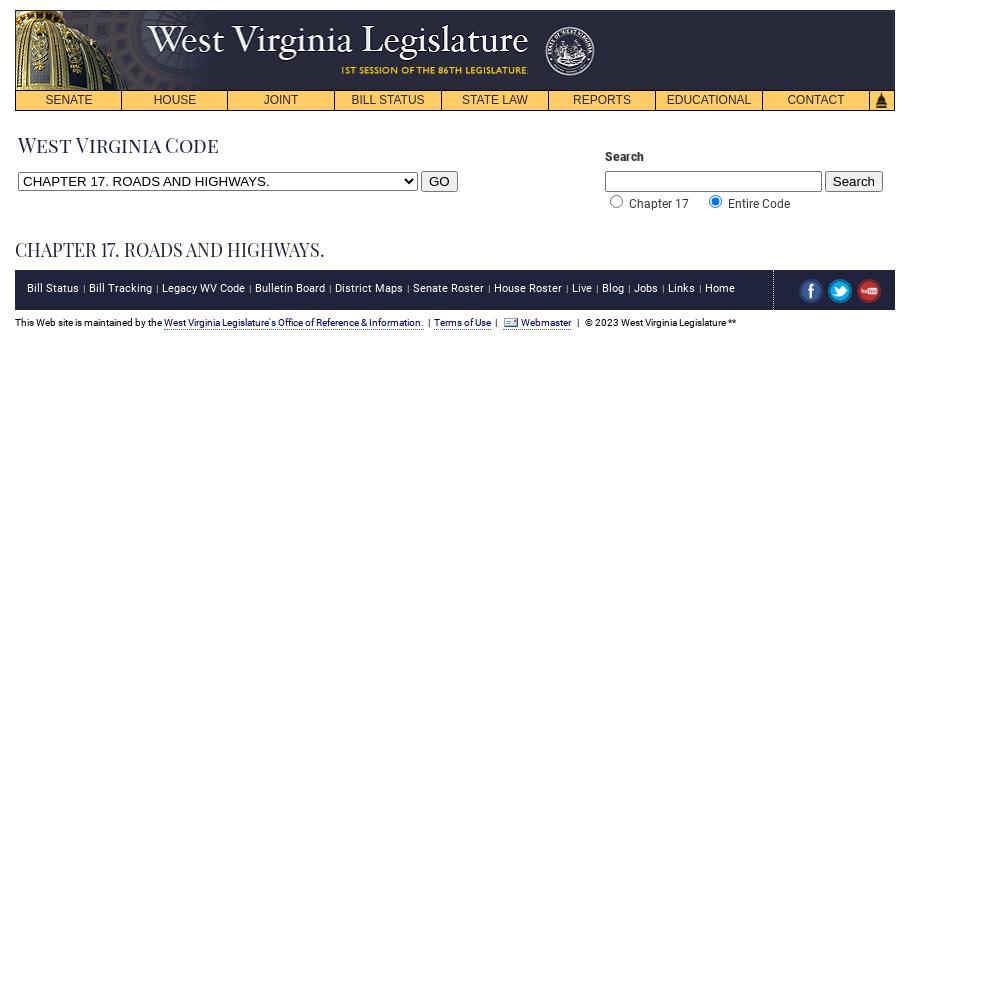 Image resolution: width=1000 pixels, height=1000 pixels. What do you see at coordinates (238, 173) in the screenshot?
I see `'JUDICIAL COMP. COMMISSION'` at bounding box center [238, 173].